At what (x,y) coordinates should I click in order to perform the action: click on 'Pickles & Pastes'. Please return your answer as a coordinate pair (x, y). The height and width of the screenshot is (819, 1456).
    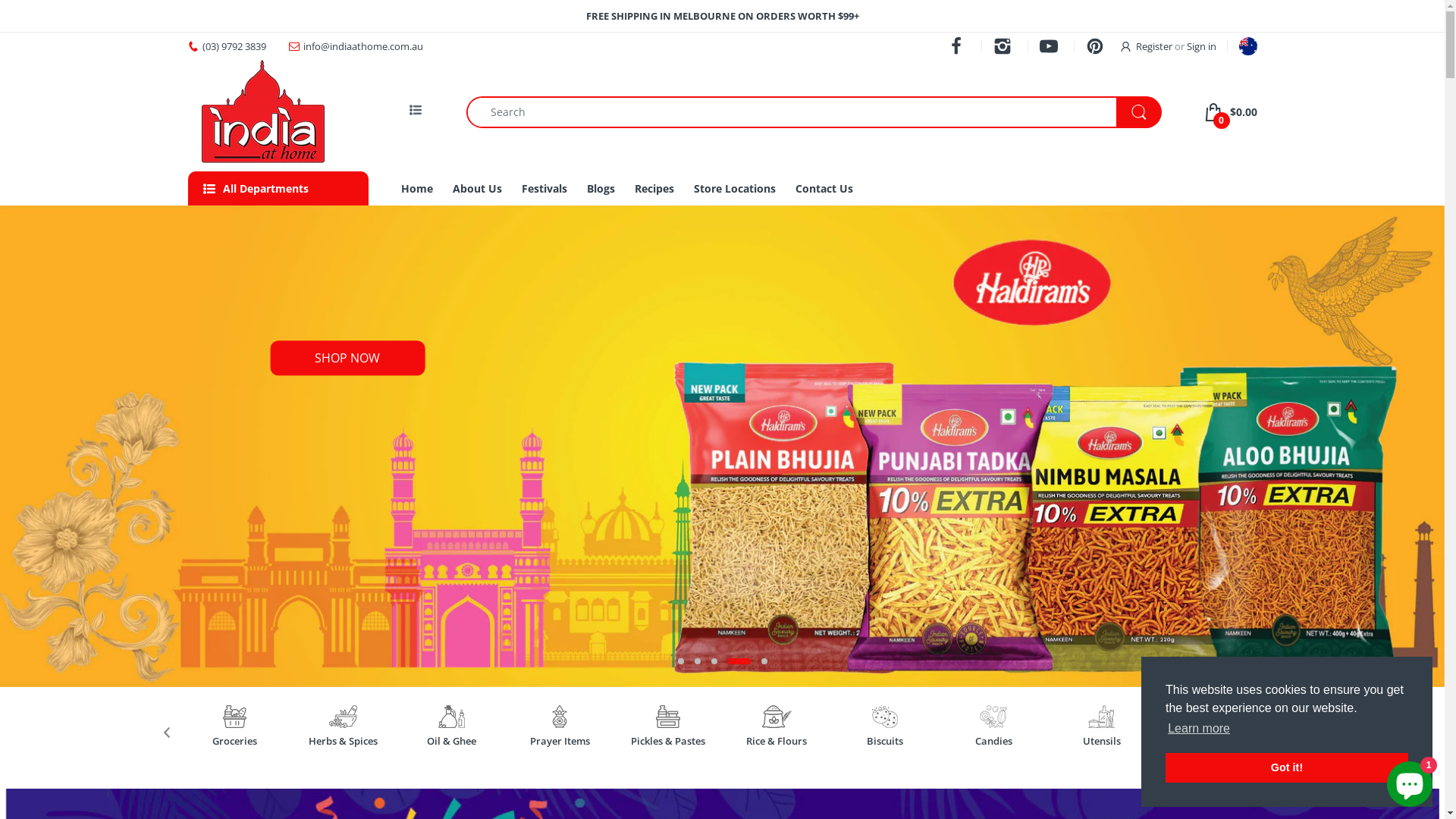
    Looking at the image, I should click on (667, 740).